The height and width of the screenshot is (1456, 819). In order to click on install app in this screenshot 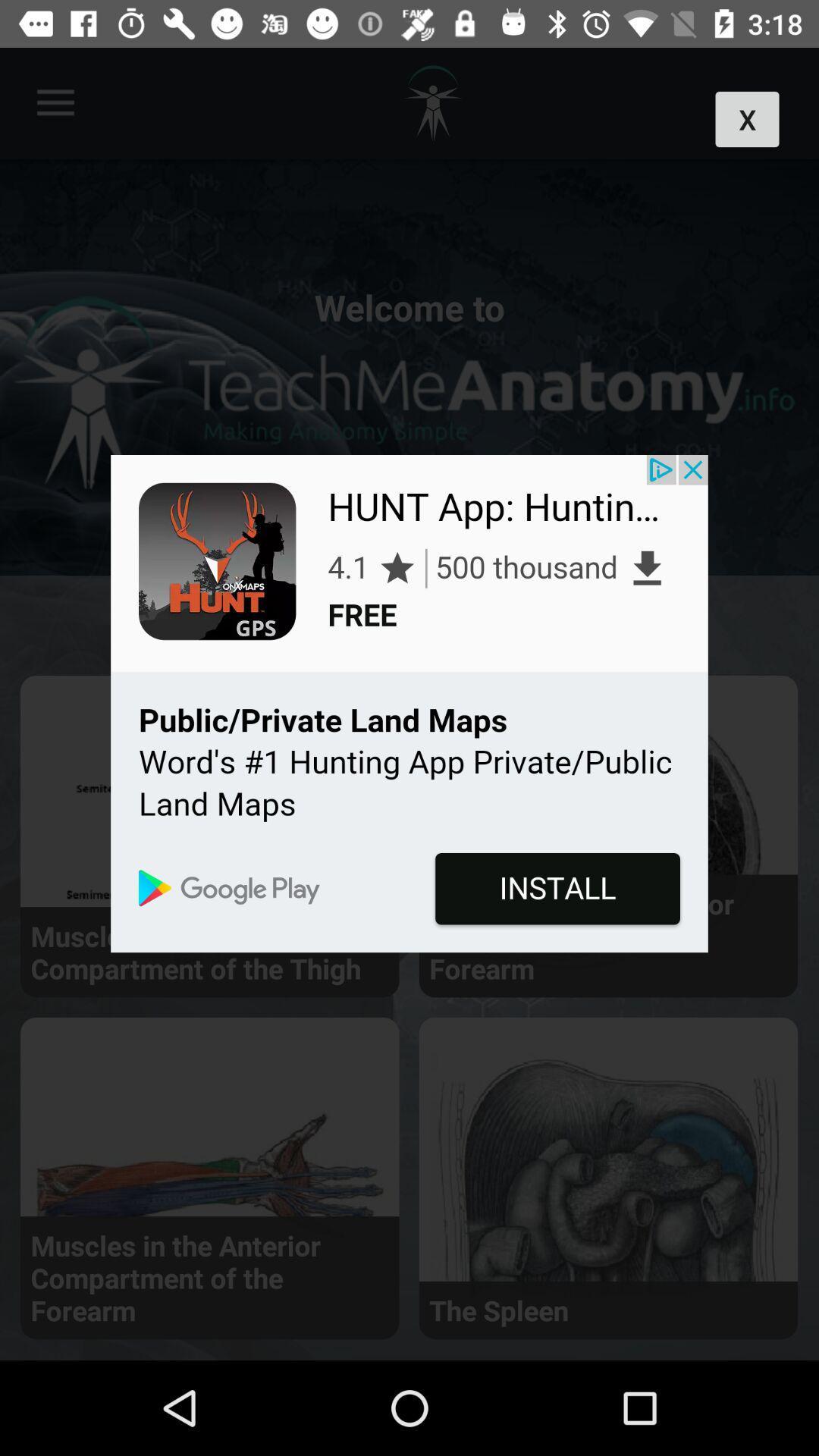, I will do `click(409, 703)`.